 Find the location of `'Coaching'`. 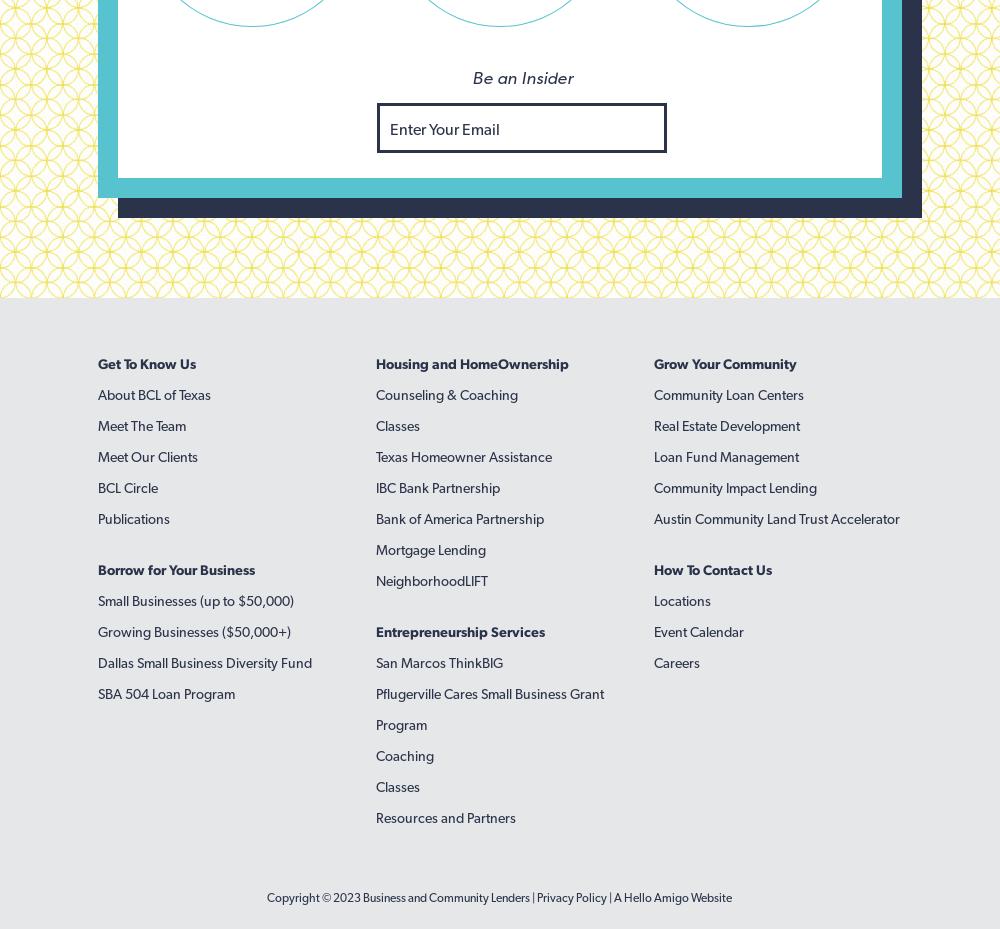

'Coaching' is located at coordinates (405, 755).